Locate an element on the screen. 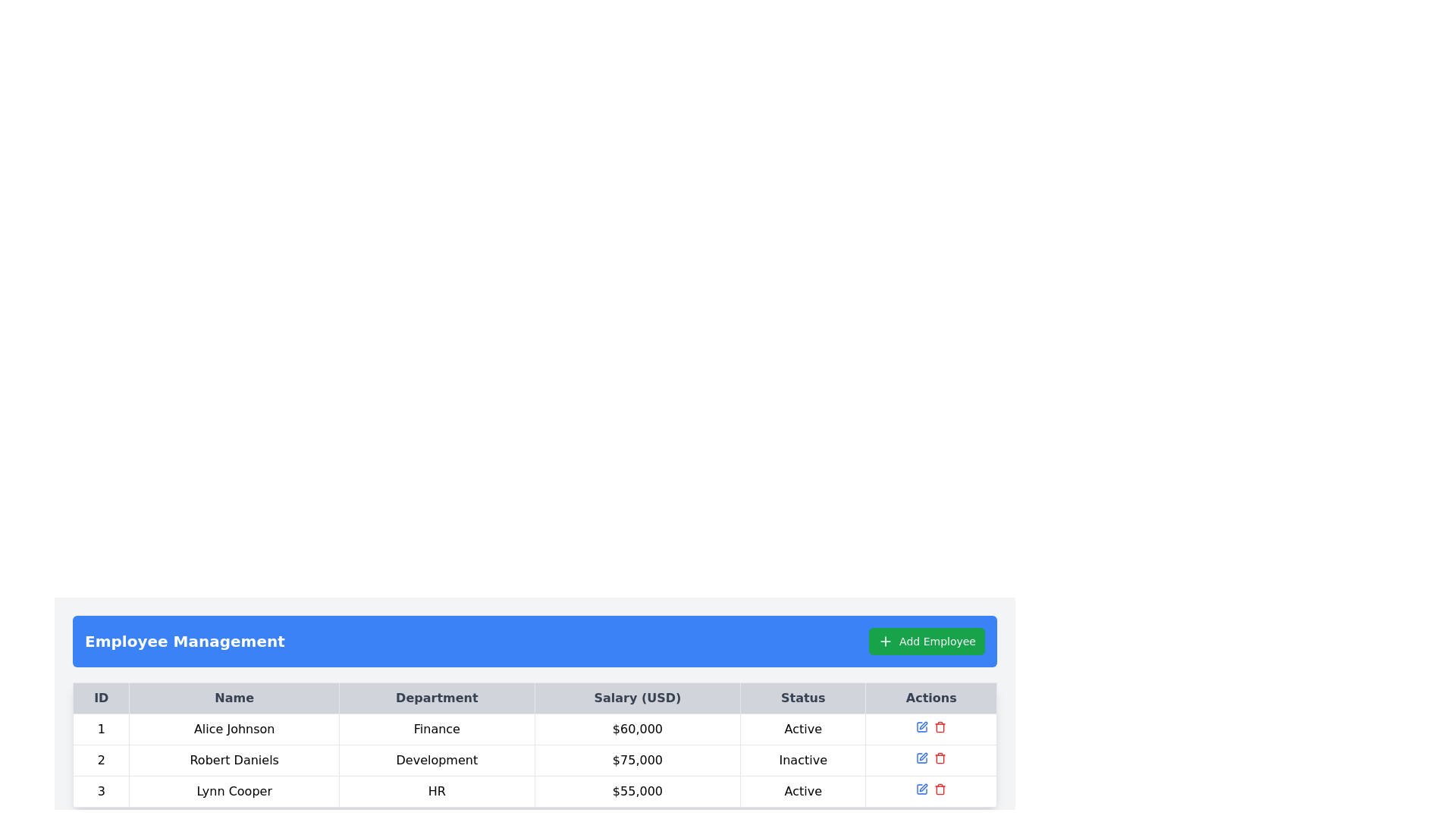 This screenshot has height=819, width=1456. the pen icon button located in the actions column of the third row of the table, used for editing actions is located at coordinates (923, 757).